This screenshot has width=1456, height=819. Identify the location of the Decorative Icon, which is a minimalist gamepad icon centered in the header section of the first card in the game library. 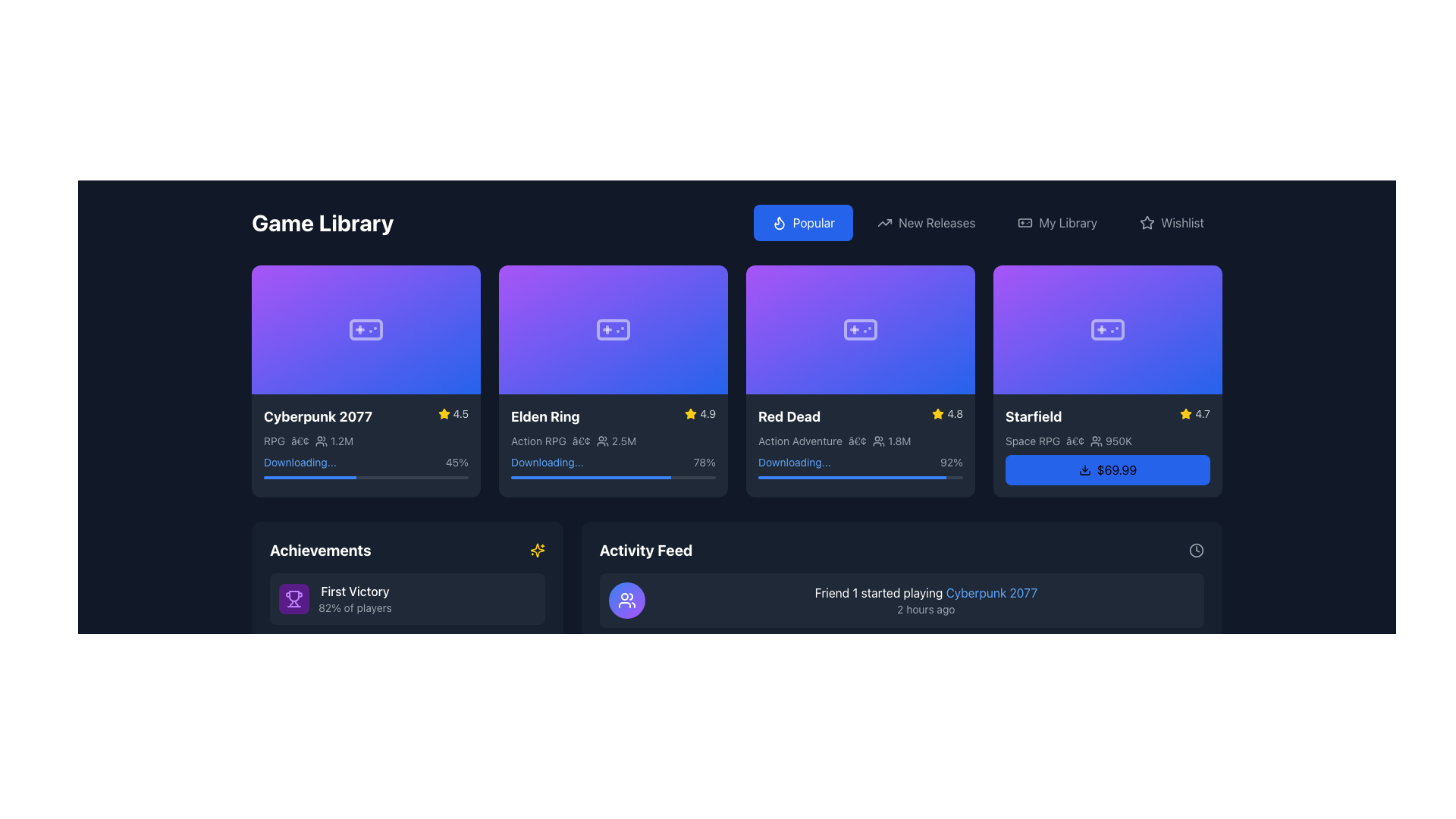
(366, 328).